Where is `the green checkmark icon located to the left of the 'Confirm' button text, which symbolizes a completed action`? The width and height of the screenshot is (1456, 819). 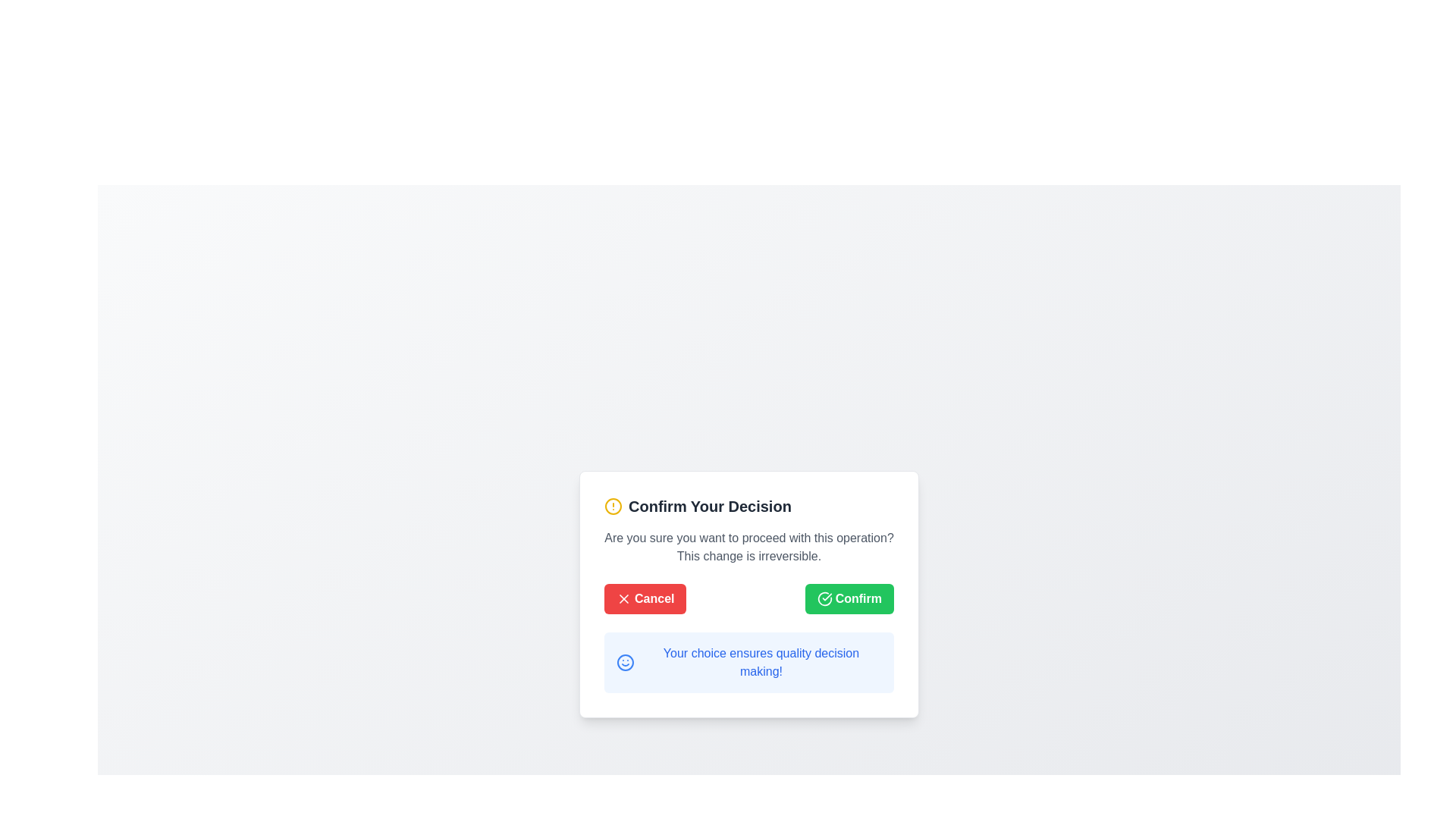 the green checkmark icon located to the left of the 'Confirm' button text, which symbolizes a completed action is located at coordinates (824, 598).